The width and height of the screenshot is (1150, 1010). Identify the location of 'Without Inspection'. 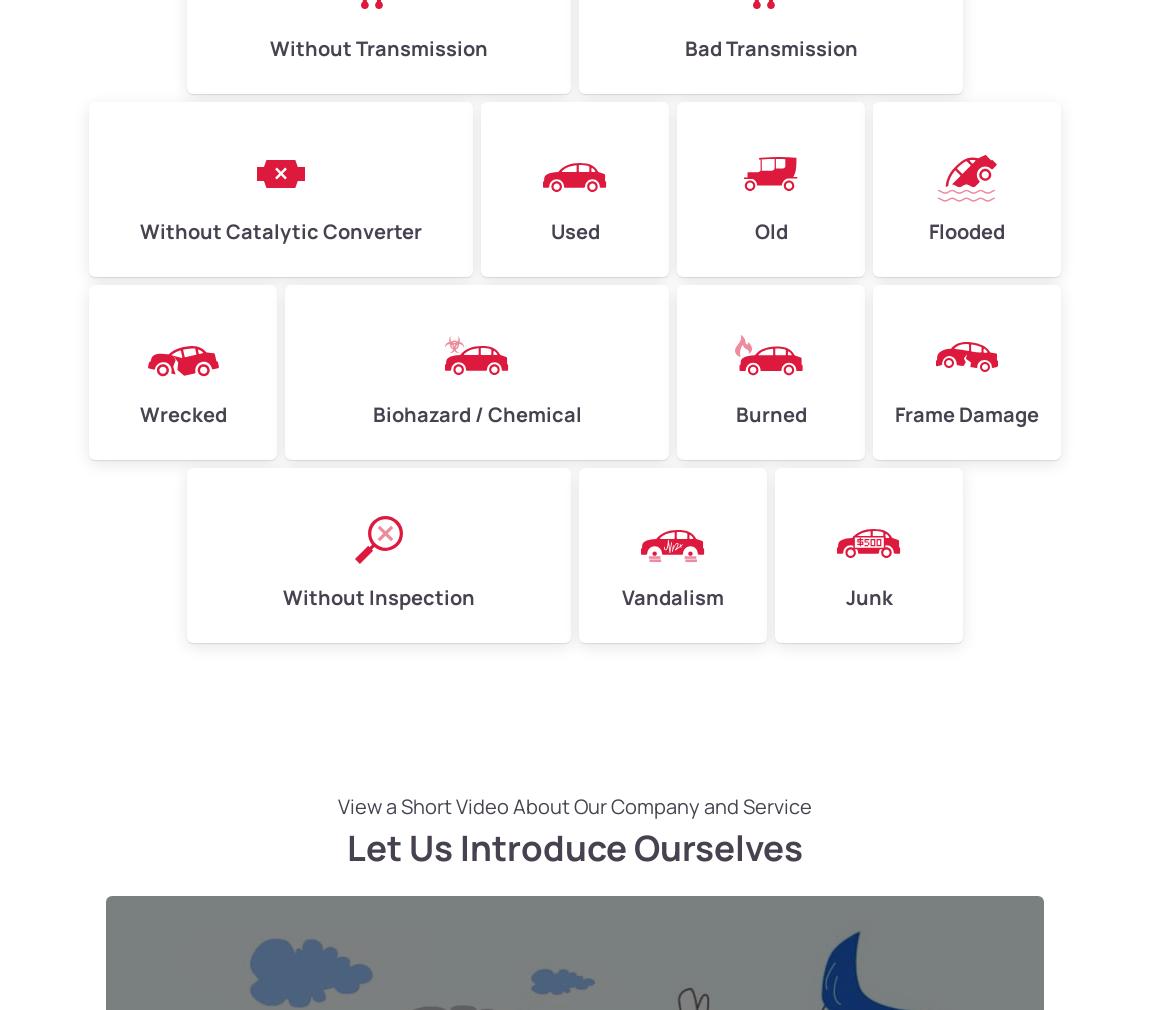
(379, 596).